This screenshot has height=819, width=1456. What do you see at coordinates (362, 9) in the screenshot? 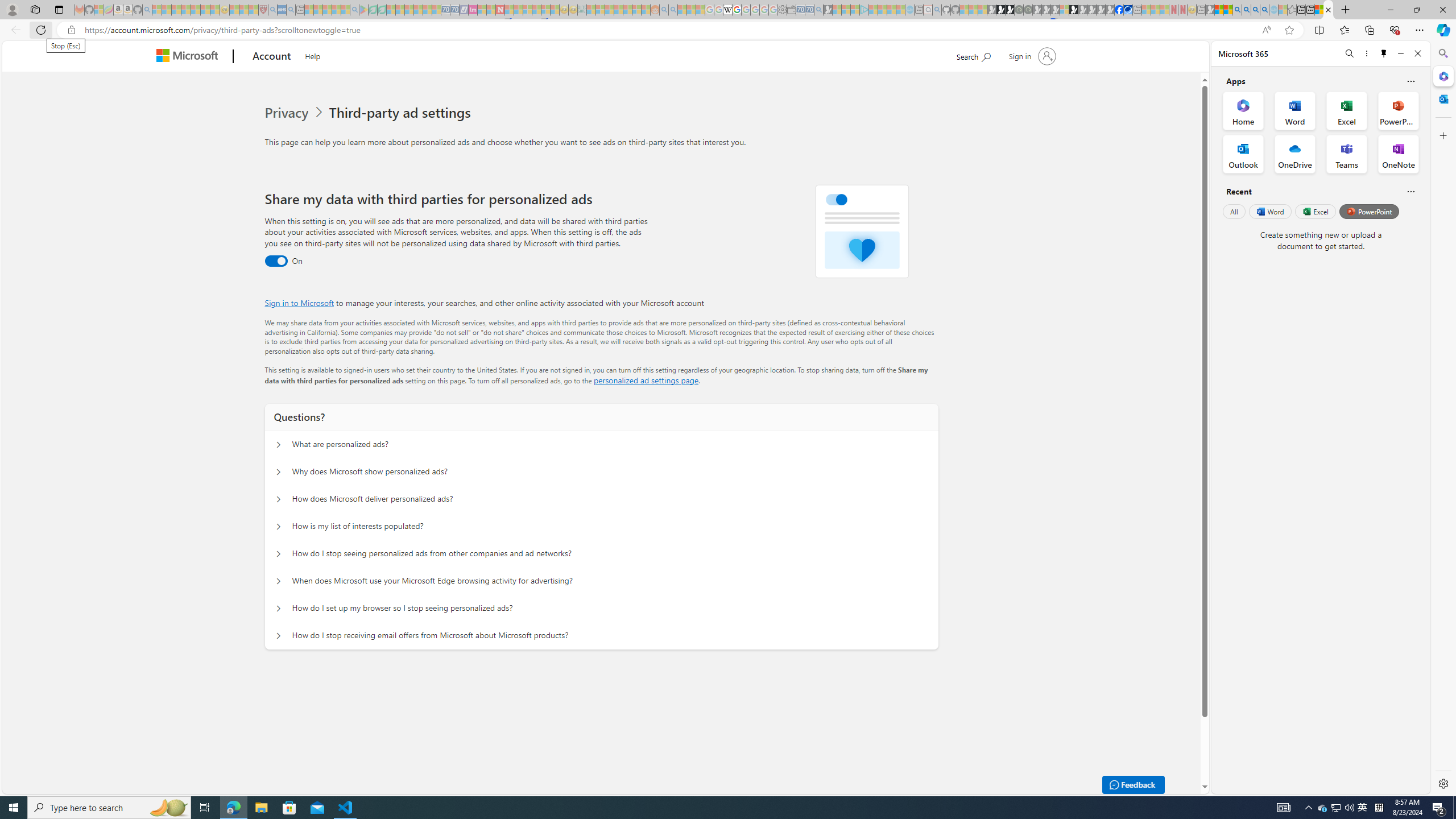
I see `'Bluey: Let'` at bounding box center [362, 9].